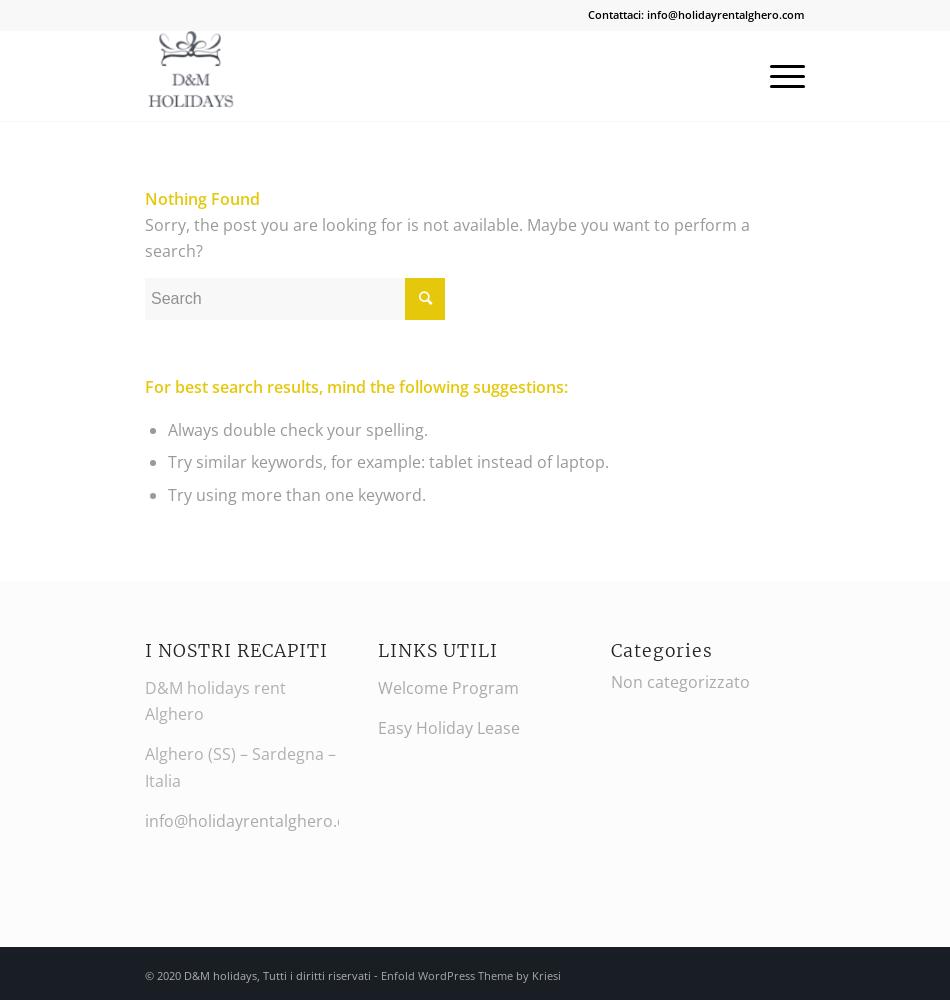 Image resolution: width=950 pixels, height=1000 pixels. Describe the element at coordinates (617, 14) in the screenshot. I see `'Contattaci:'` at that location.